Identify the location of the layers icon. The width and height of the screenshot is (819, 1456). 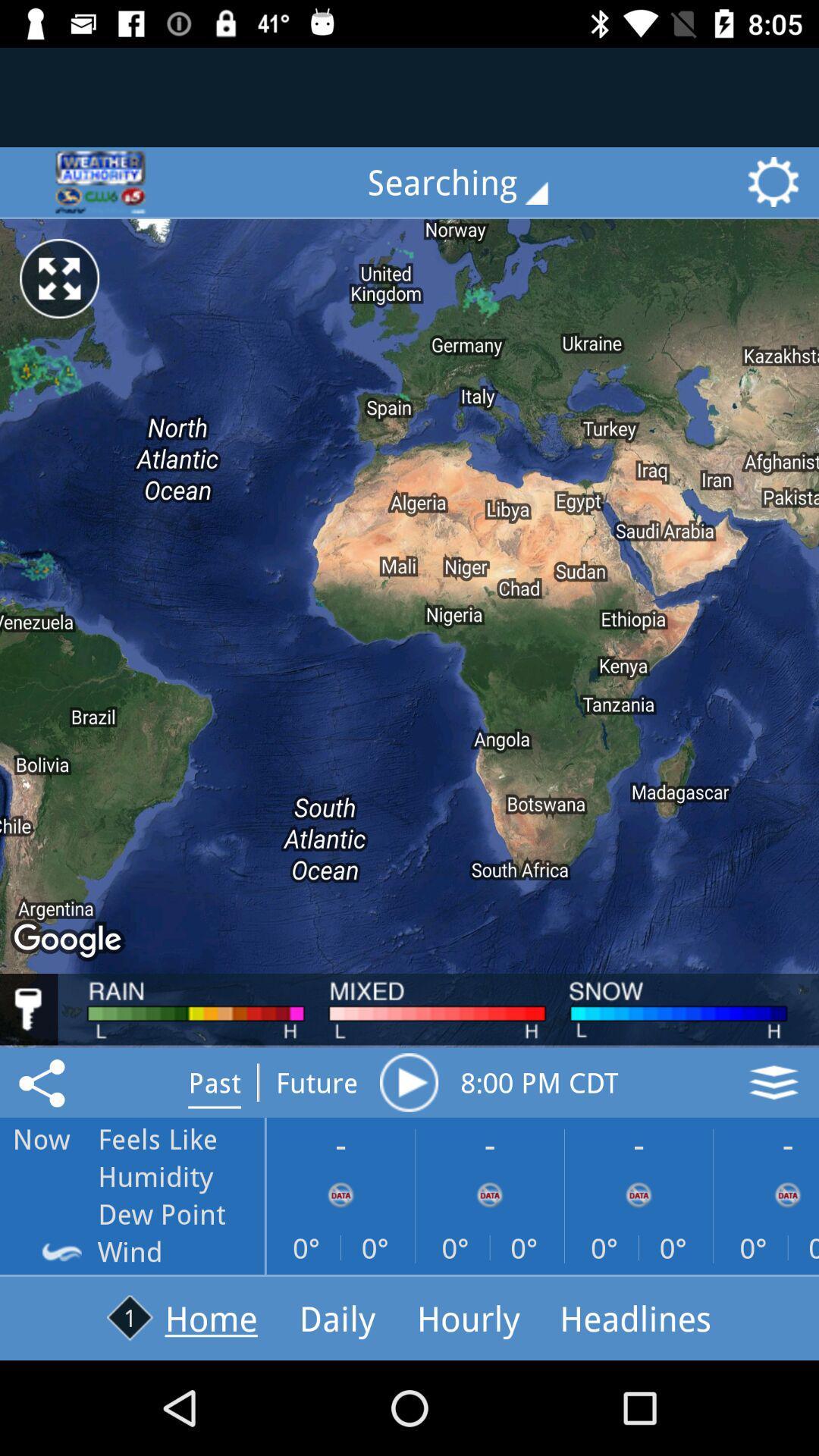
(773, 1081).